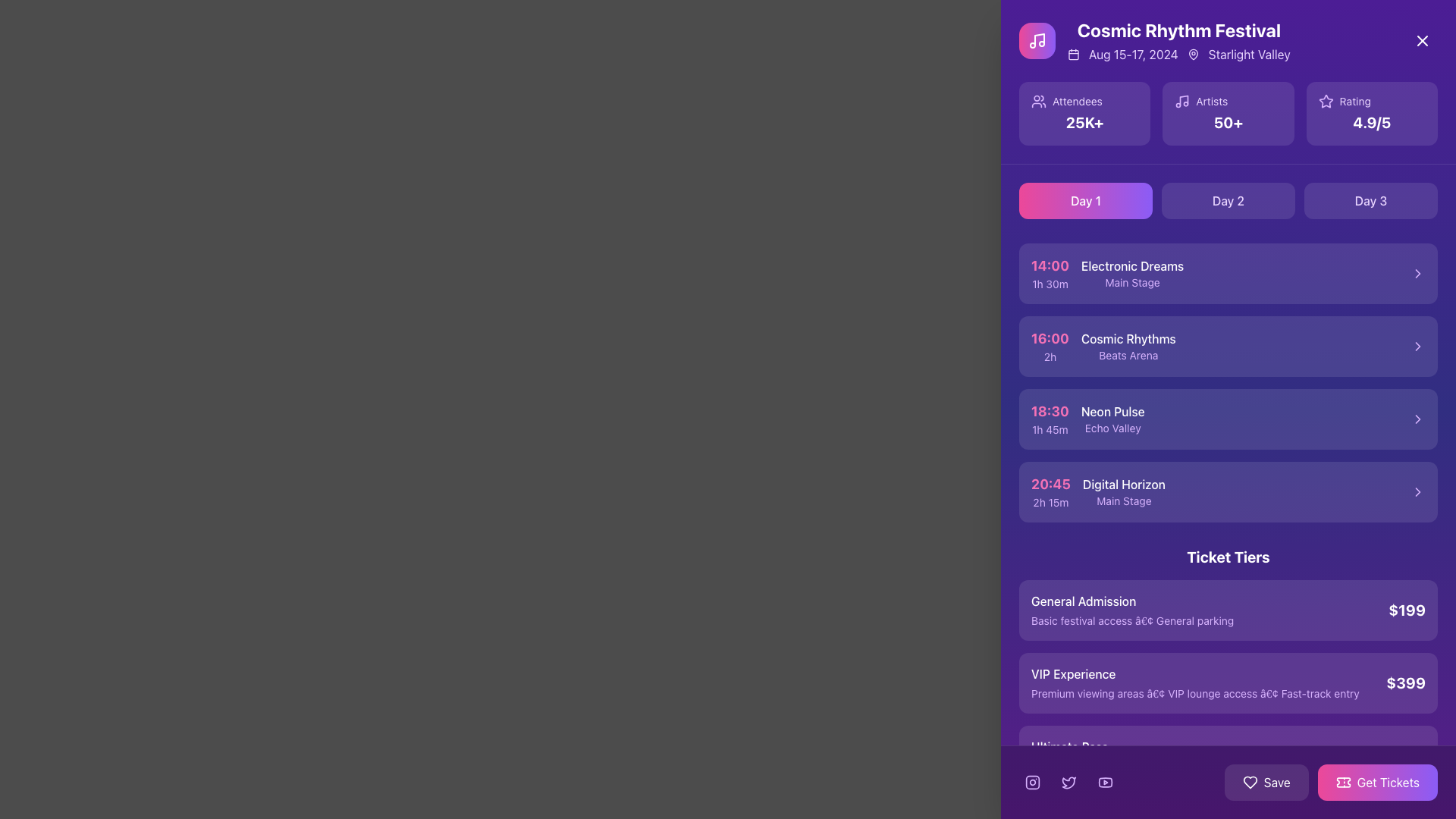 The image size is (1456, 819). Describe the element at coordinates (1325, 101) in the screenshot. I see `the visual representation of the SVG icon that indicates the rating of the event, located in the top section of the right-side panel below the event title` at that location.